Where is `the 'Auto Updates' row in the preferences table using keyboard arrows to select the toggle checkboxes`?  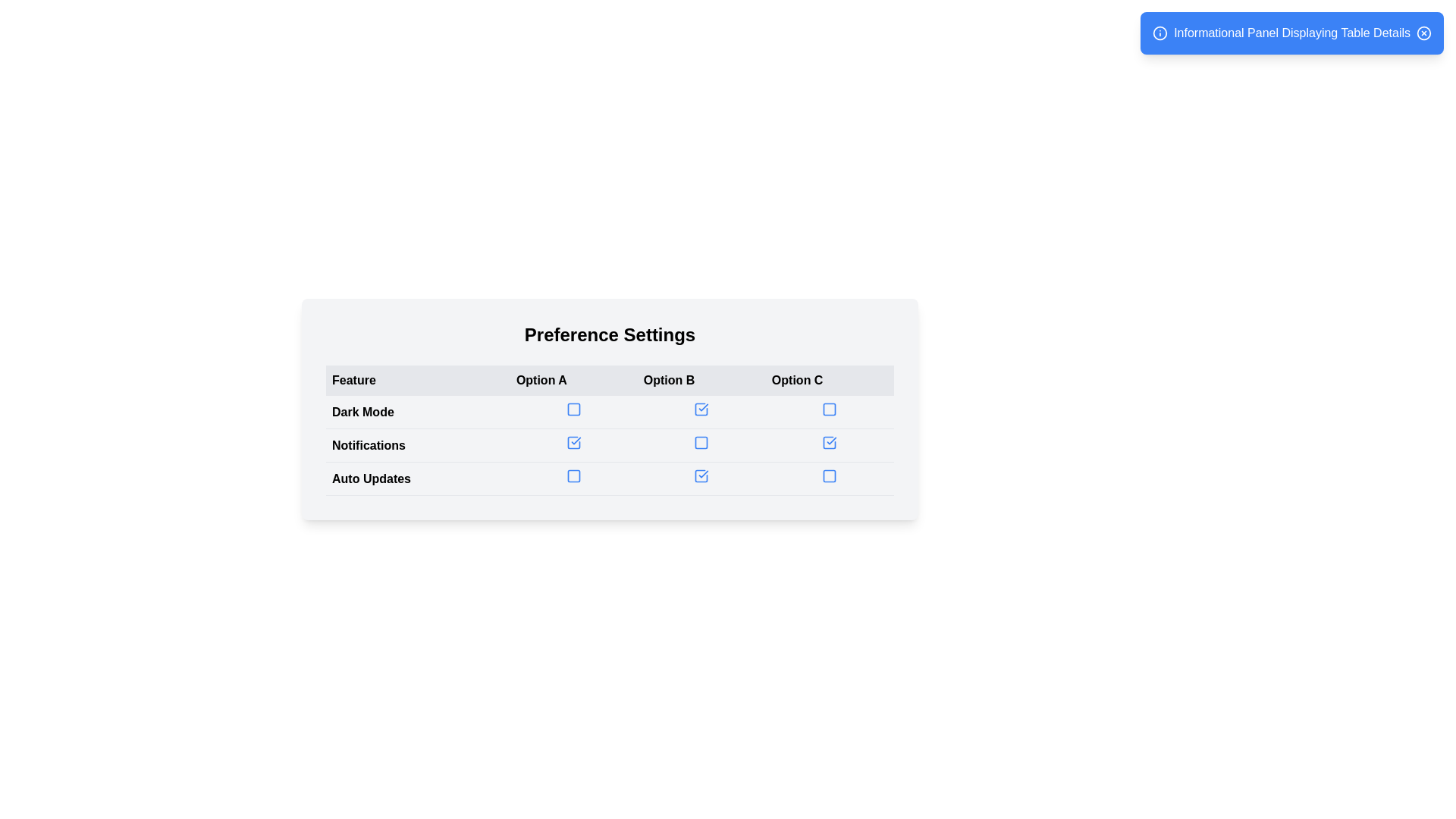
the 'Auto Updates' row in the preferences table using keyboard arrows to select the toggle checkboxes is located at coordinates (610, 479).